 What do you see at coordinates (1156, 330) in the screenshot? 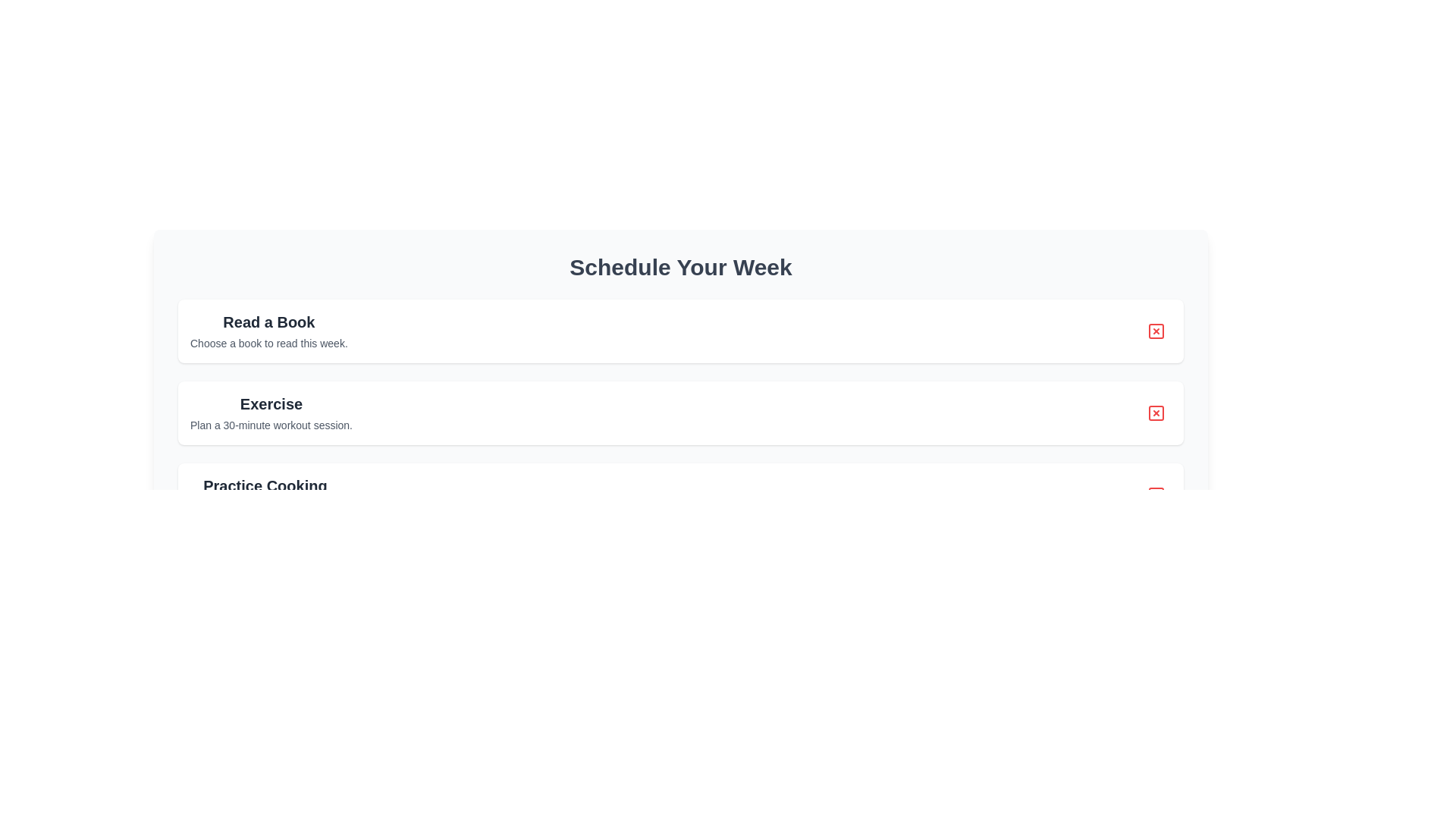
I see `the 'Remove' button located at the far right of the 'Read a Book' task panel in the 'Schedule Your Week' section to possibly display a tooltip` at bounding box center [1156, 330].